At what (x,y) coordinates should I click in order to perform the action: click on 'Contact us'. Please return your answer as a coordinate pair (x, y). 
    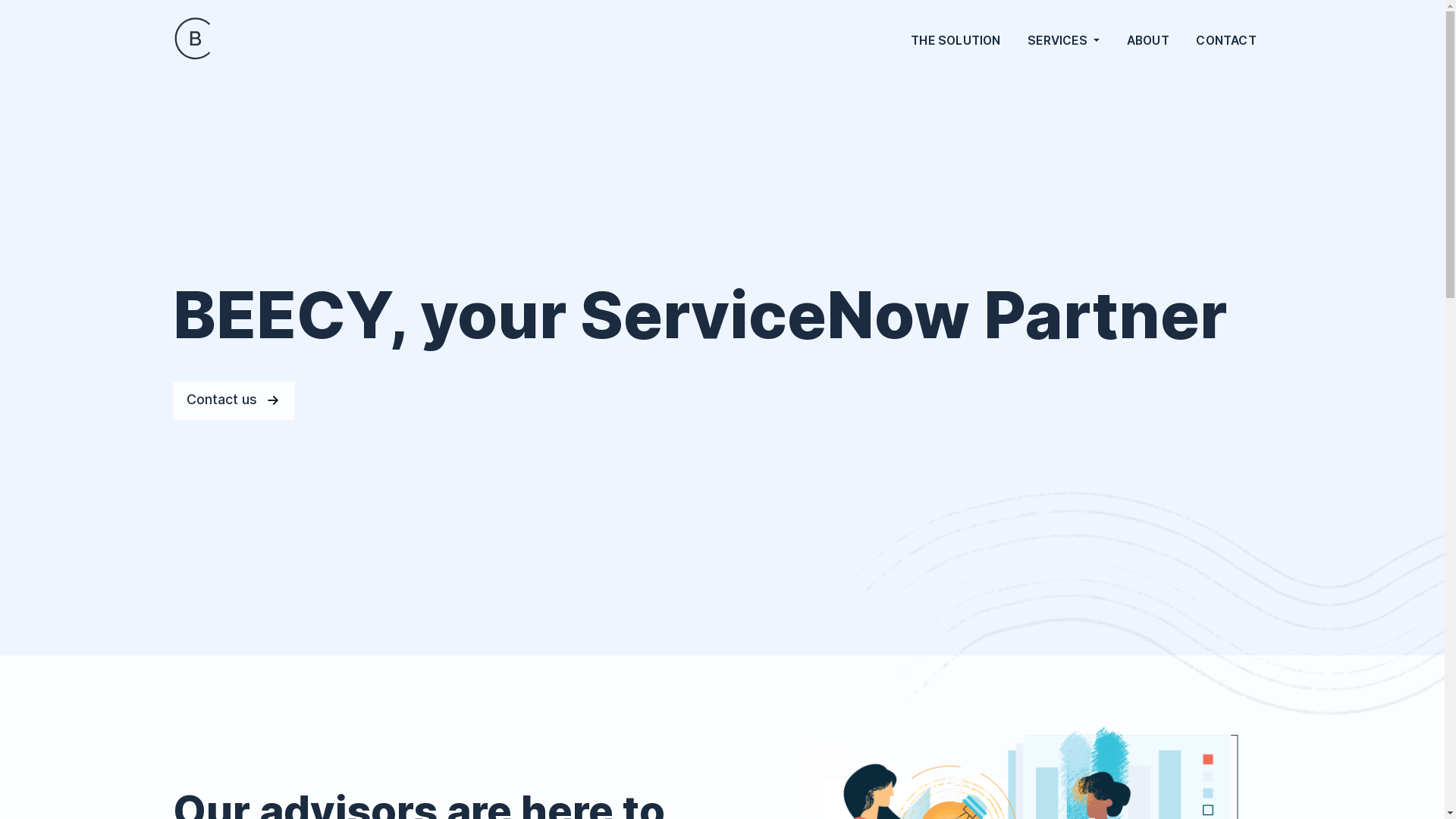
    Looking at the image, I should click on (233, 400).